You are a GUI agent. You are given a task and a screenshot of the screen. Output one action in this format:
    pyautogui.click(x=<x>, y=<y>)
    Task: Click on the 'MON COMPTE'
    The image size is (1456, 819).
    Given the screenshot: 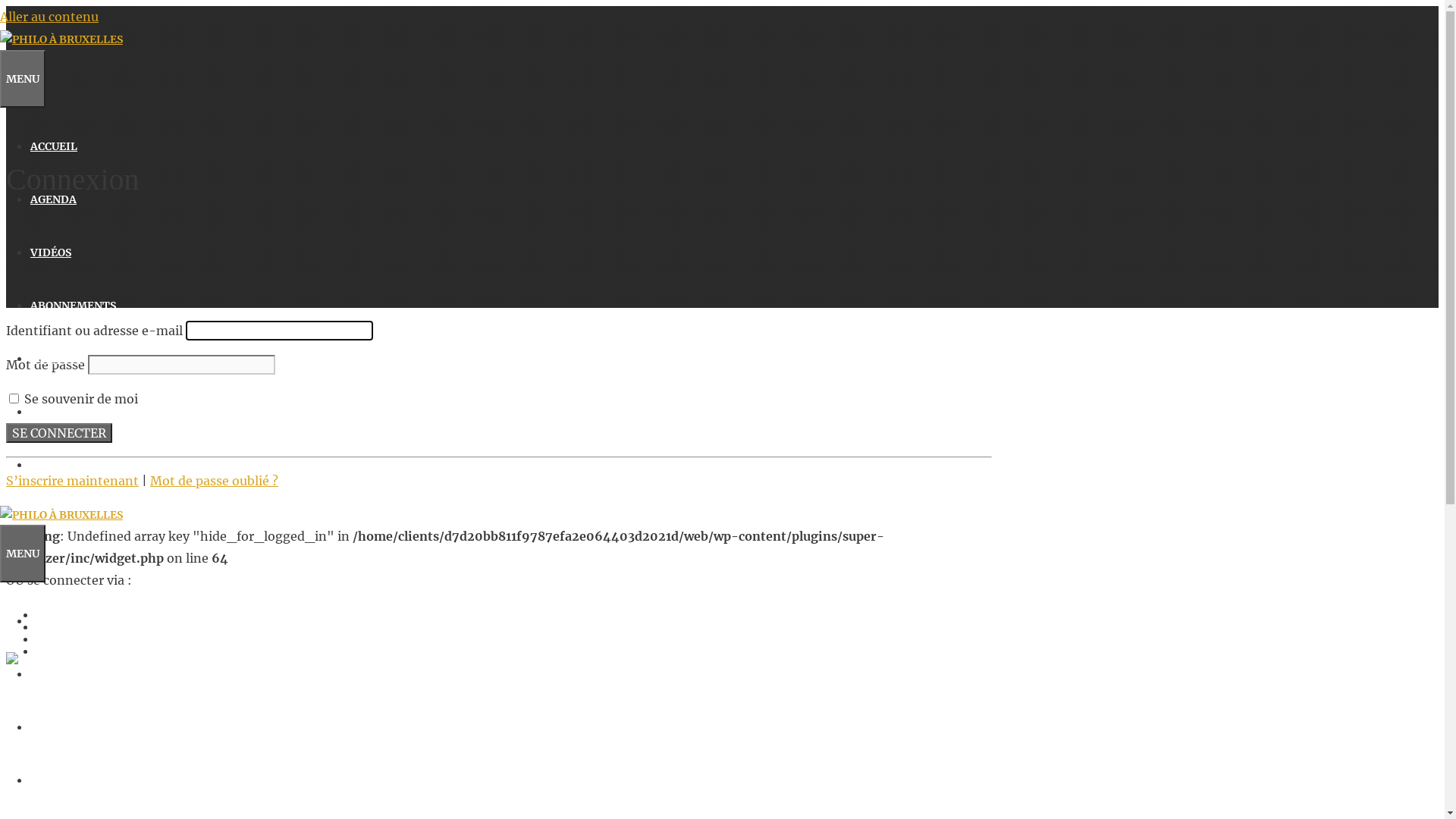 What is the action you would take?
    pyautogui.click(x=67, y=464)
    